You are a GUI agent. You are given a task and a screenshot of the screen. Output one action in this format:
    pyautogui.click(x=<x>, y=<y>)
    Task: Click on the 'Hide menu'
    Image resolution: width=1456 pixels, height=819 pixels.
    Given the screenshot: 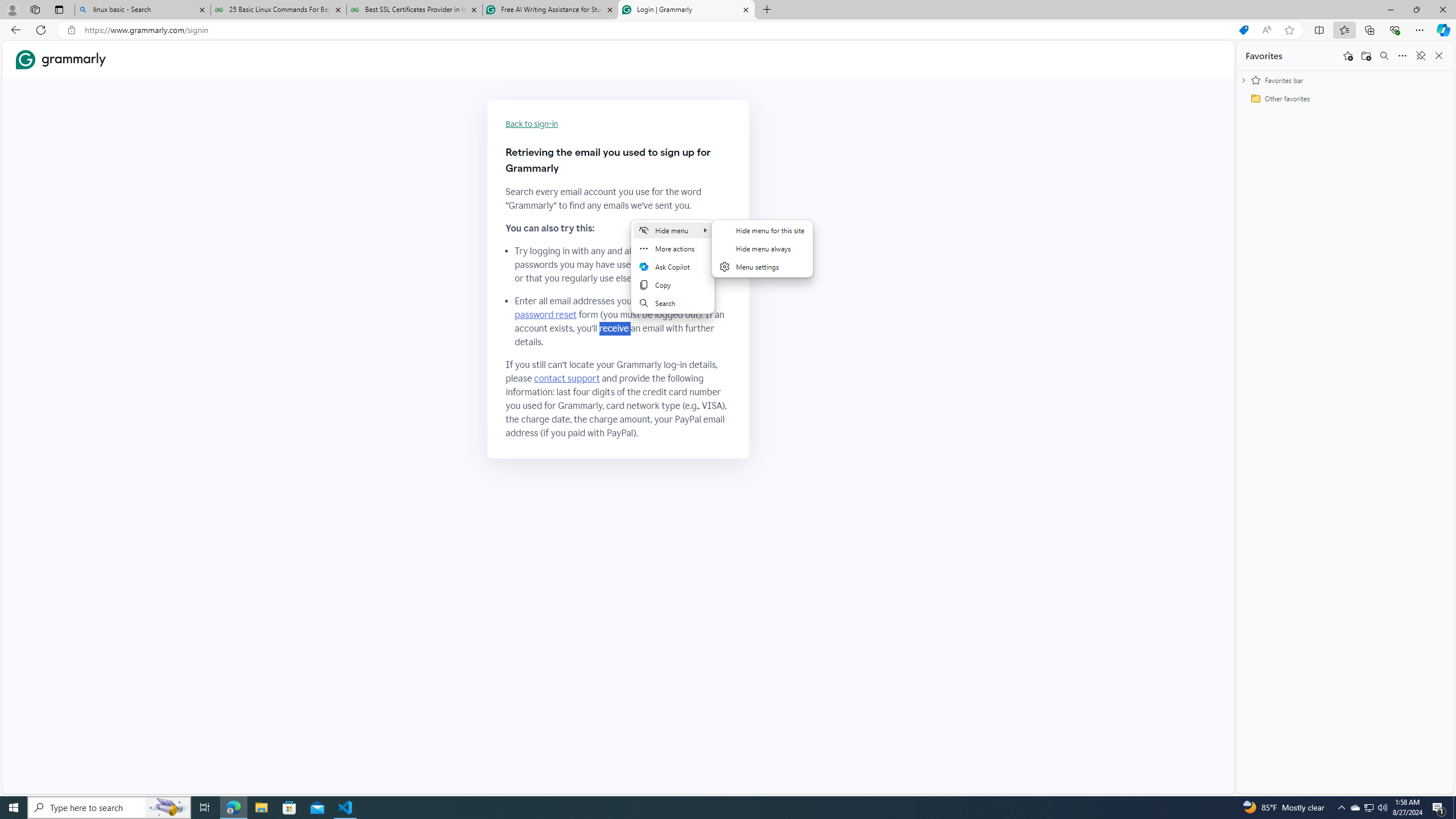 What is the action you would take?
    pyautogui.click(x=673, y=229)
    